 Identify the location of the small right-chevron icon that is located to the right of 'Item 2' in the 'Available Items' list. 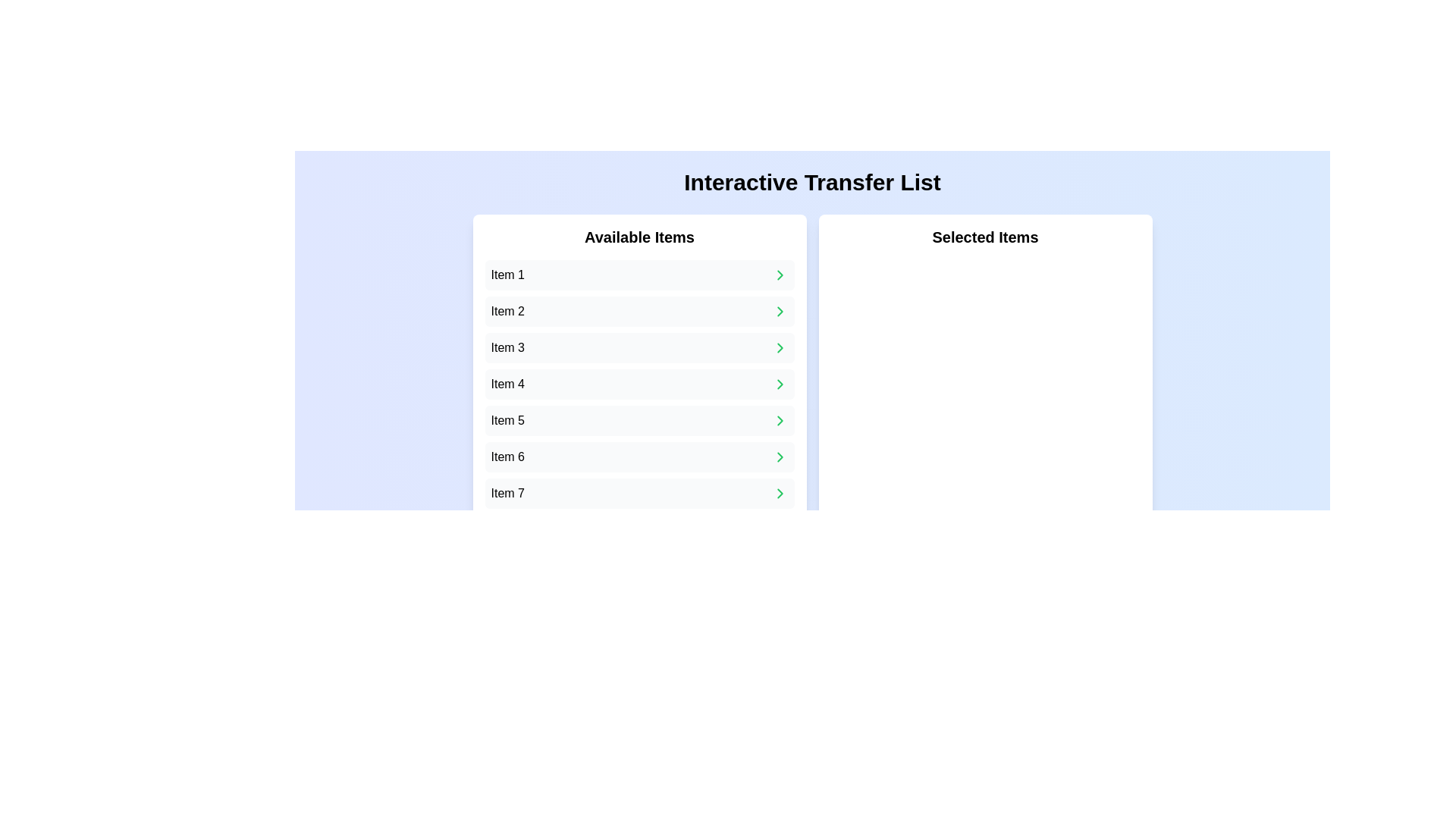
(780, 311).